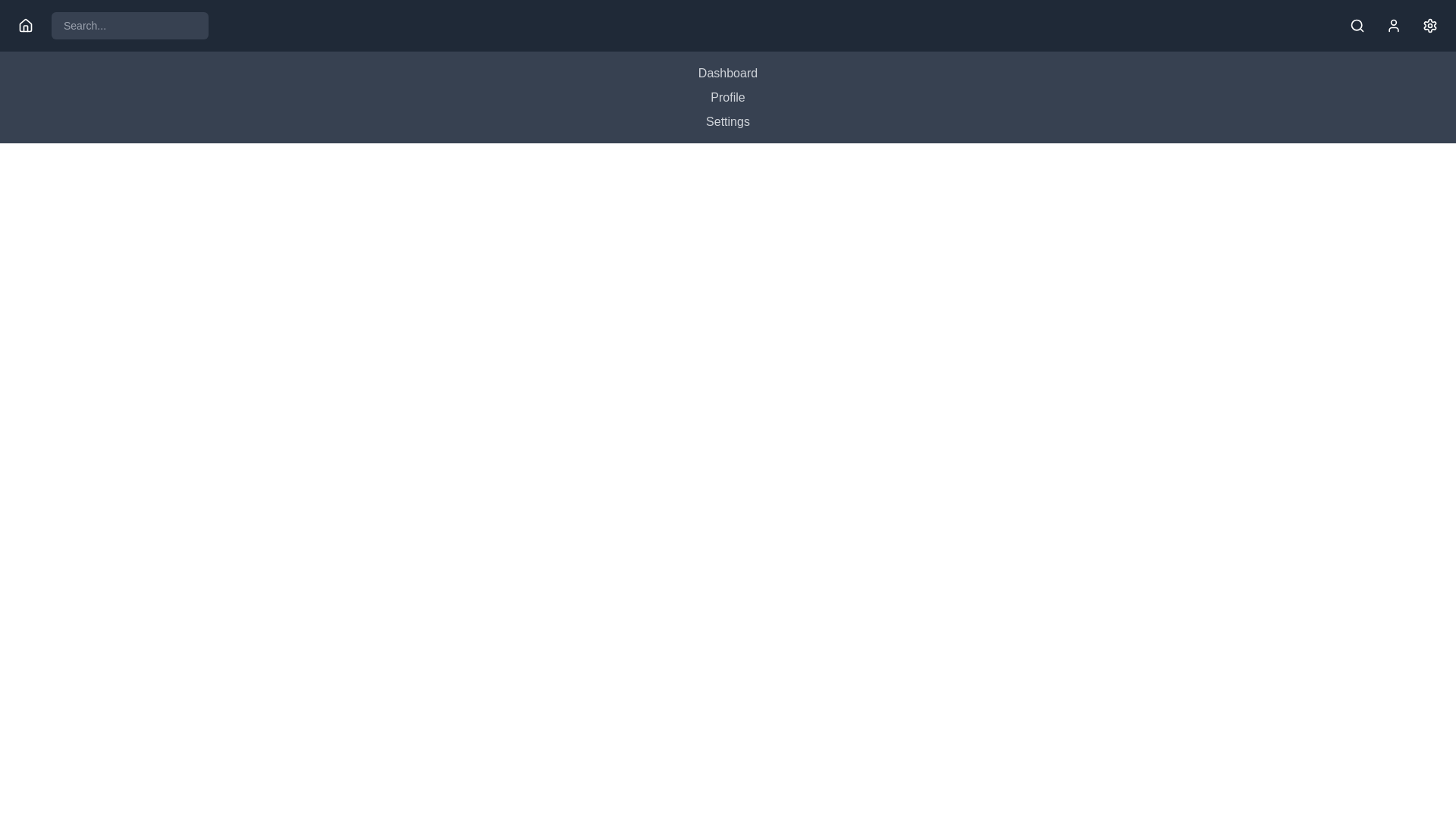  What do you see at coordinates (1357, 26) in the screenshot?
I see `the magnifying glass icon, which is styled as an SVG-based button in the top-right corner of the header bar` at bounding box center [1357, 26].